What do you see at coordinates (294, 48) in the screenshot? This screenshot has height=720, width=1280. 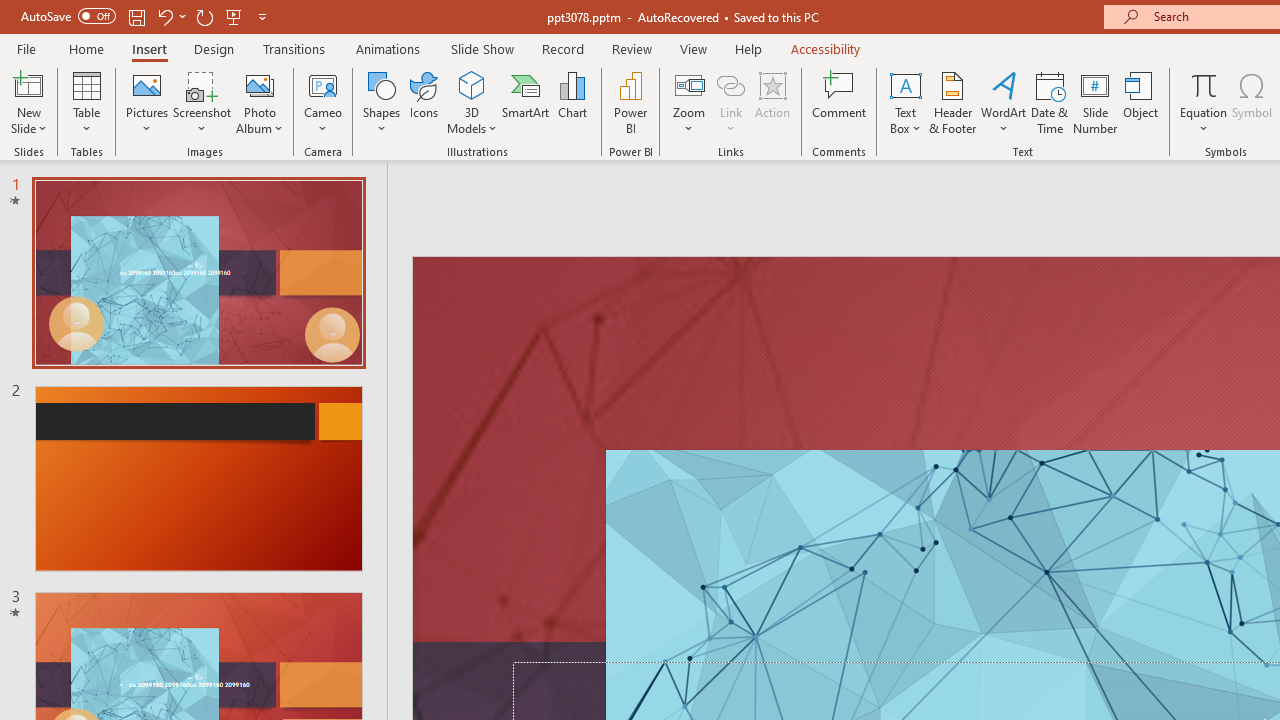 I see `'Transitions'` at bounding box center [294, 48].